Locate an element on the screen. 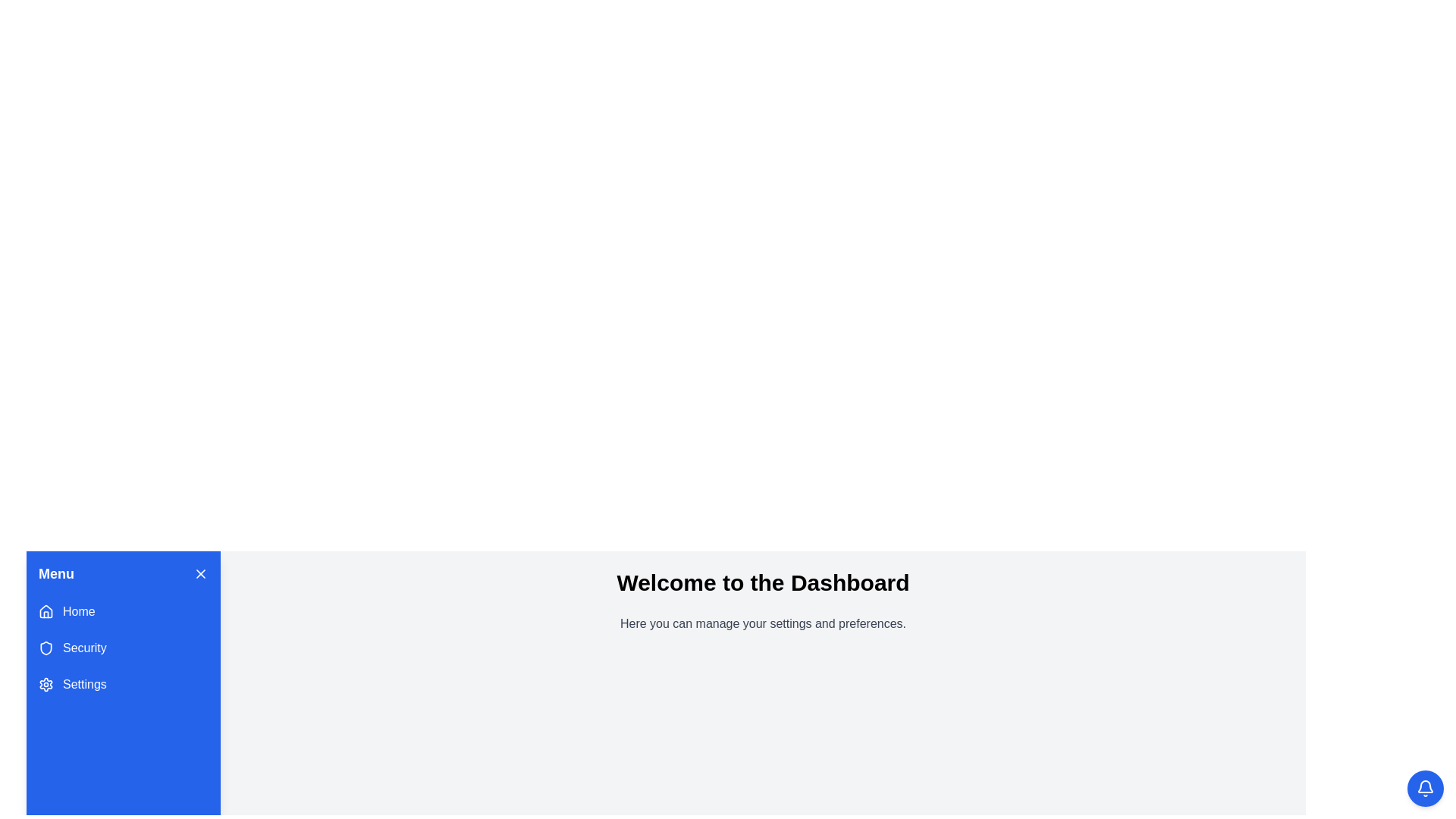 This screenshot has height=819, width=1456. the settings menu icon located at the bottom of the sidebar, immediately to the left of the 'Settings' label is located at coordinates (46, 684).